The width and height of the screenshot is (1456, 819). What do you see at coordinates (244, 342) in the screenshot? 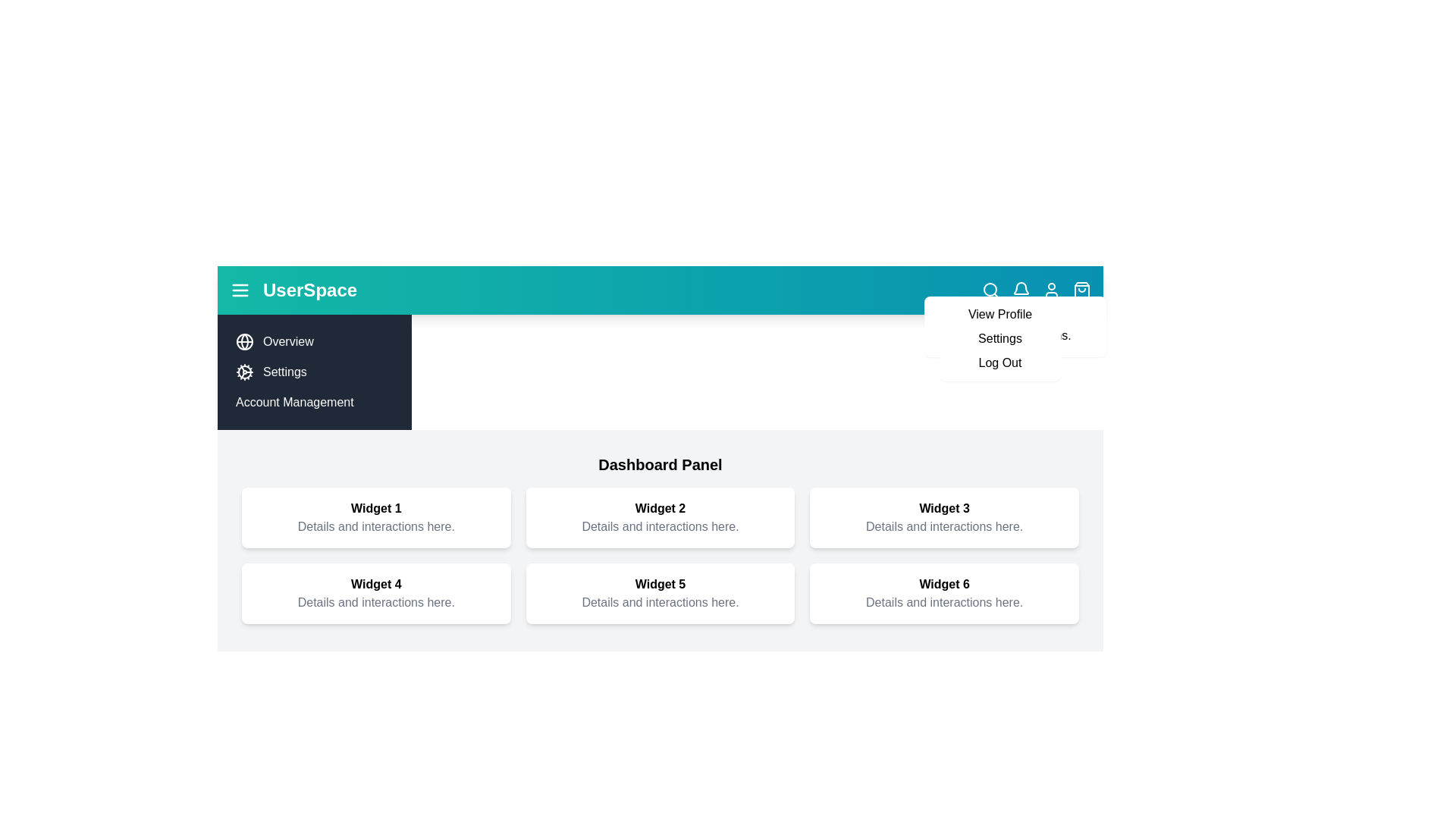
I see `the globe icon in the left sidebar navigation menu, which represents the 'Overview' section of the application` at bounding box center [244, 342].